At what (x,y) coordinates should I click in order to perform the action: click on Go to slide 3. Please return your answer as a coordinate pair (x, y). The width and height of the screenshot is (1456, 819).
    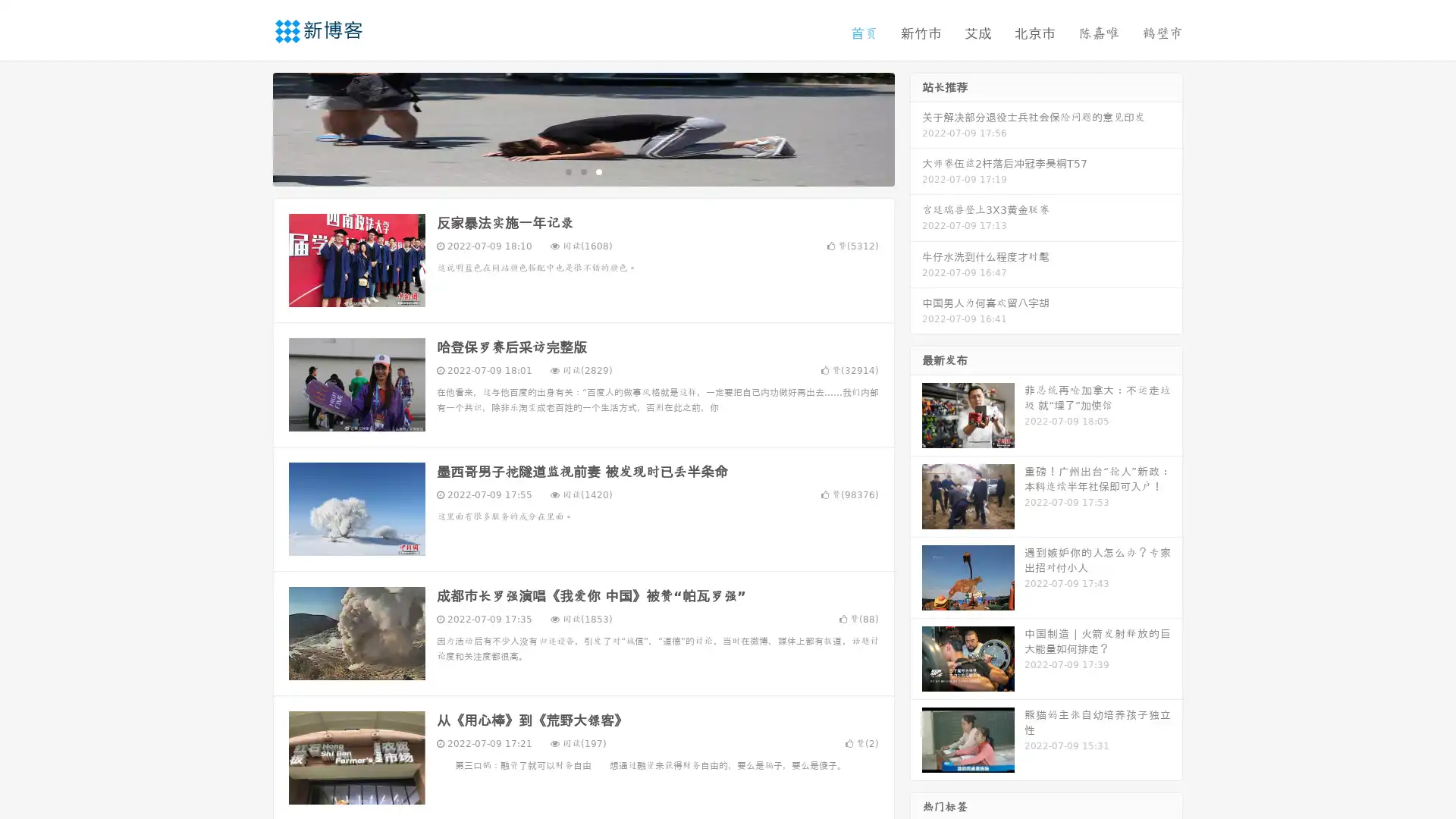
    Looking at the image, I should click on (598, 171).